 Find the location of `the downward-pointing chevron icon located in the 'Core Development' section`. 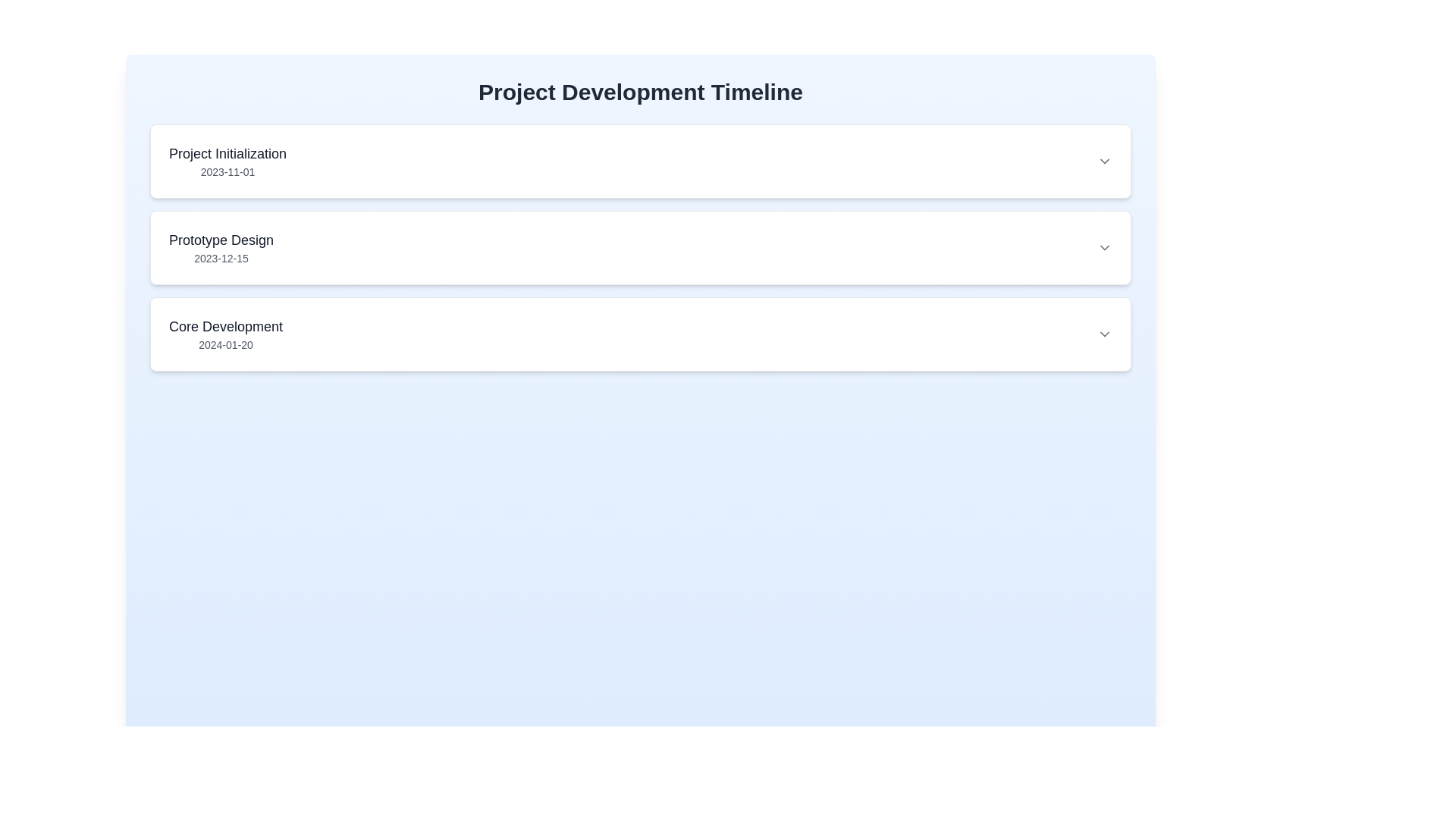

the downward-pointing chevron icon located in the 'Core Development' section is located at coordinates (1105, 333).